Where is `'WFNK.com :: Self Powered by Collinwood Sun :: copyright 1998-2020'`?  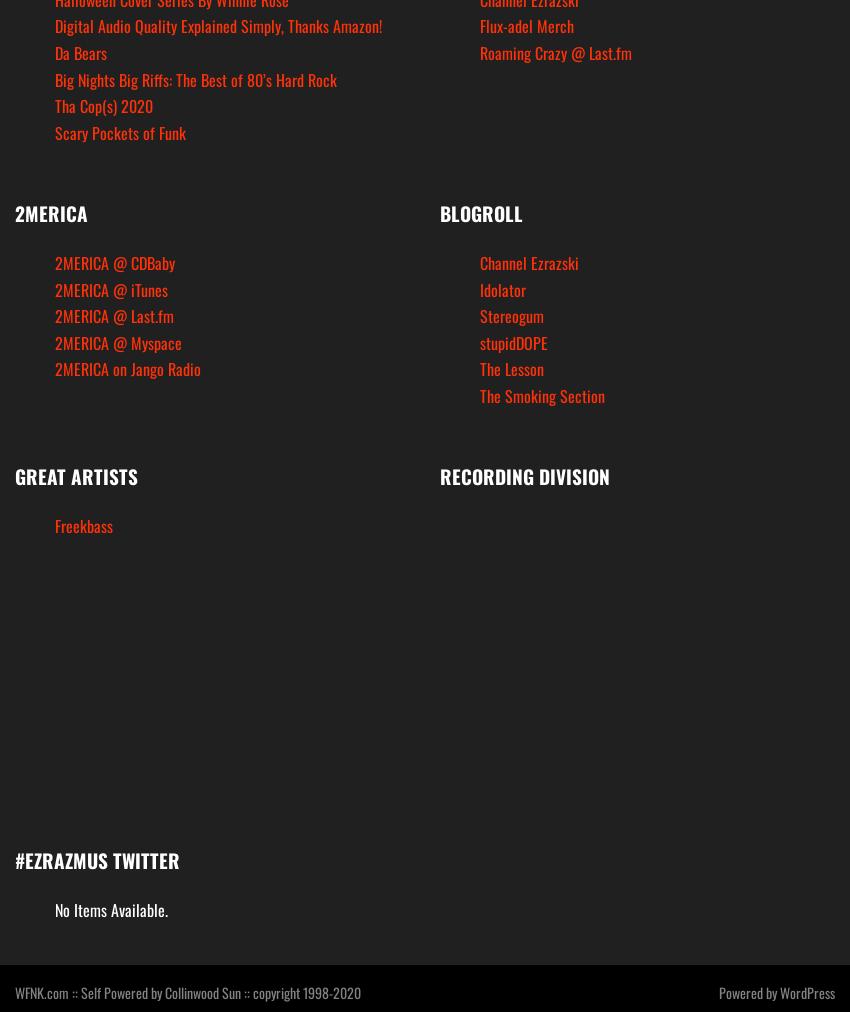 'WFNK.com :: Self Powered by Collinwood Sun :: copyright 1998-2020' is located at coordinates (187, 991).